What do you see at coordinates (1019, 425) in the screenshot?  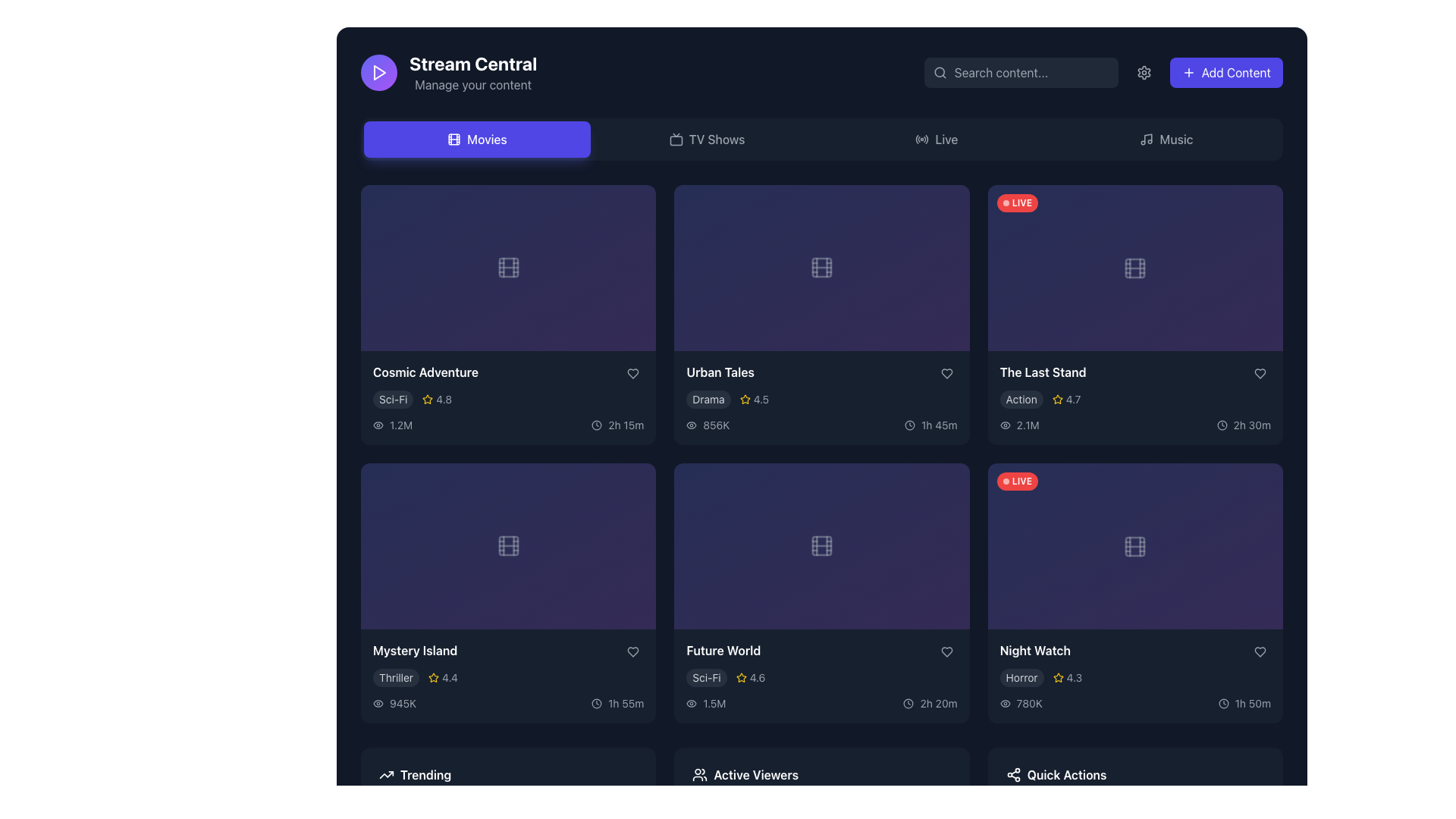 I see `the informational text label with an eye icon and the text '2.1M', located in the rightmost column of the second row under 'The Last Stand'` at bounding box center [1019, 425].